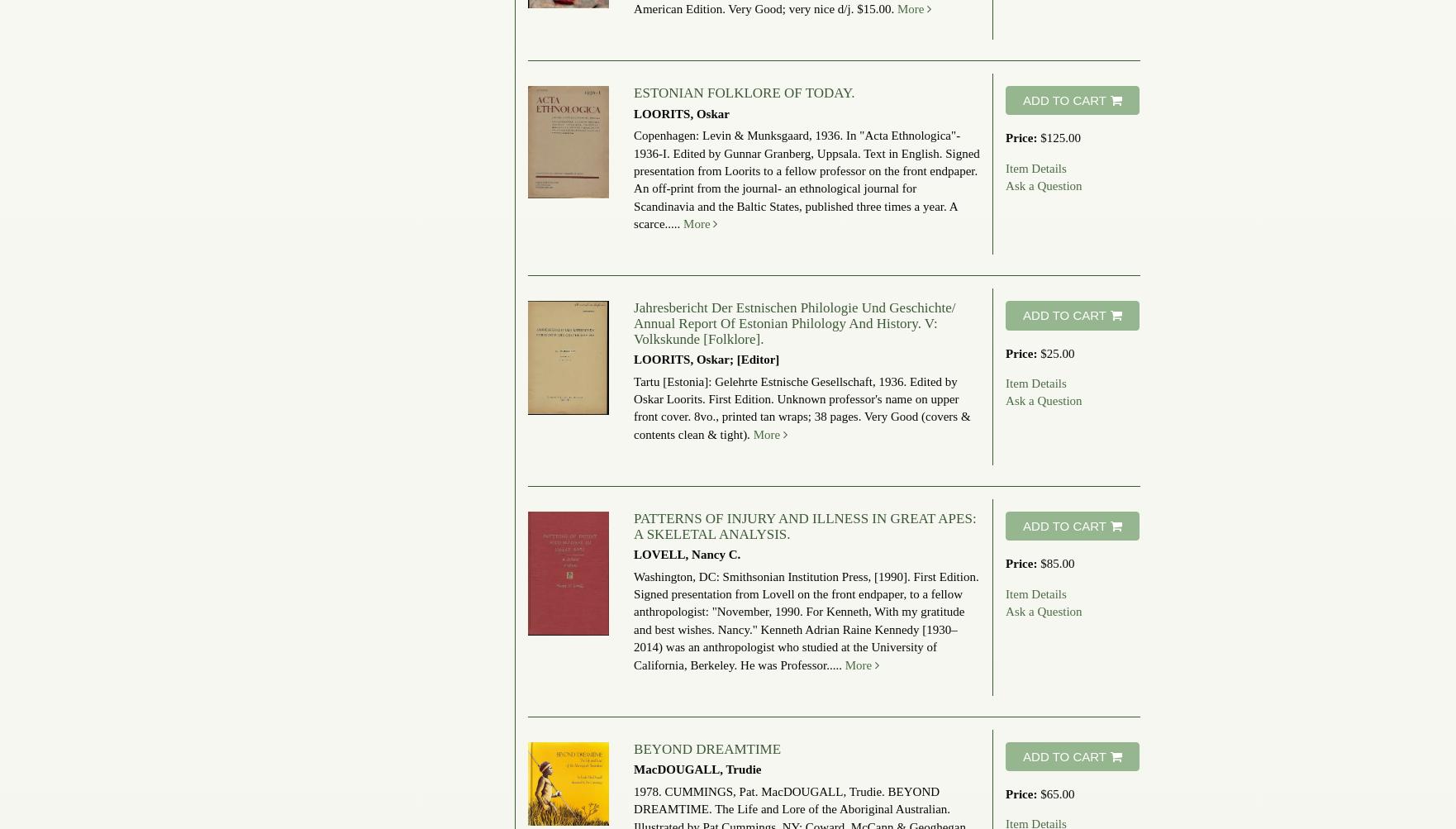  Describe the element at coordinates (680, 112) in the screenshot. I see `'LOORITS, Oskar'` at that location.